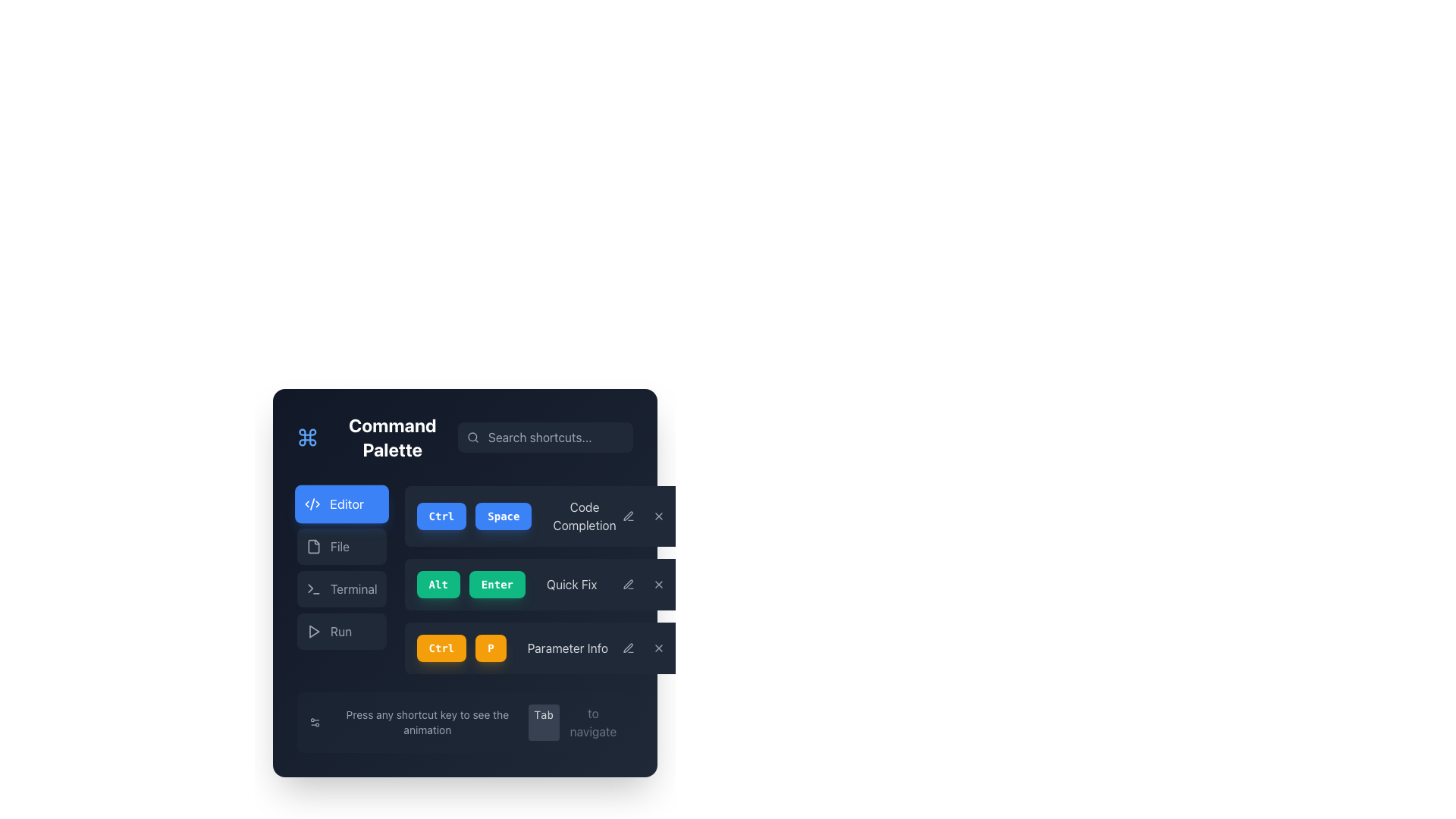 Image resolution: width=1456 pixels, height=819 pixels. Describe the element at coordinates (392, 438) in the screenshot. I see `the static text label that serves as a title or header for the current section, positioned to the right of a command icon and aligned to the left of a search input field` at that location.